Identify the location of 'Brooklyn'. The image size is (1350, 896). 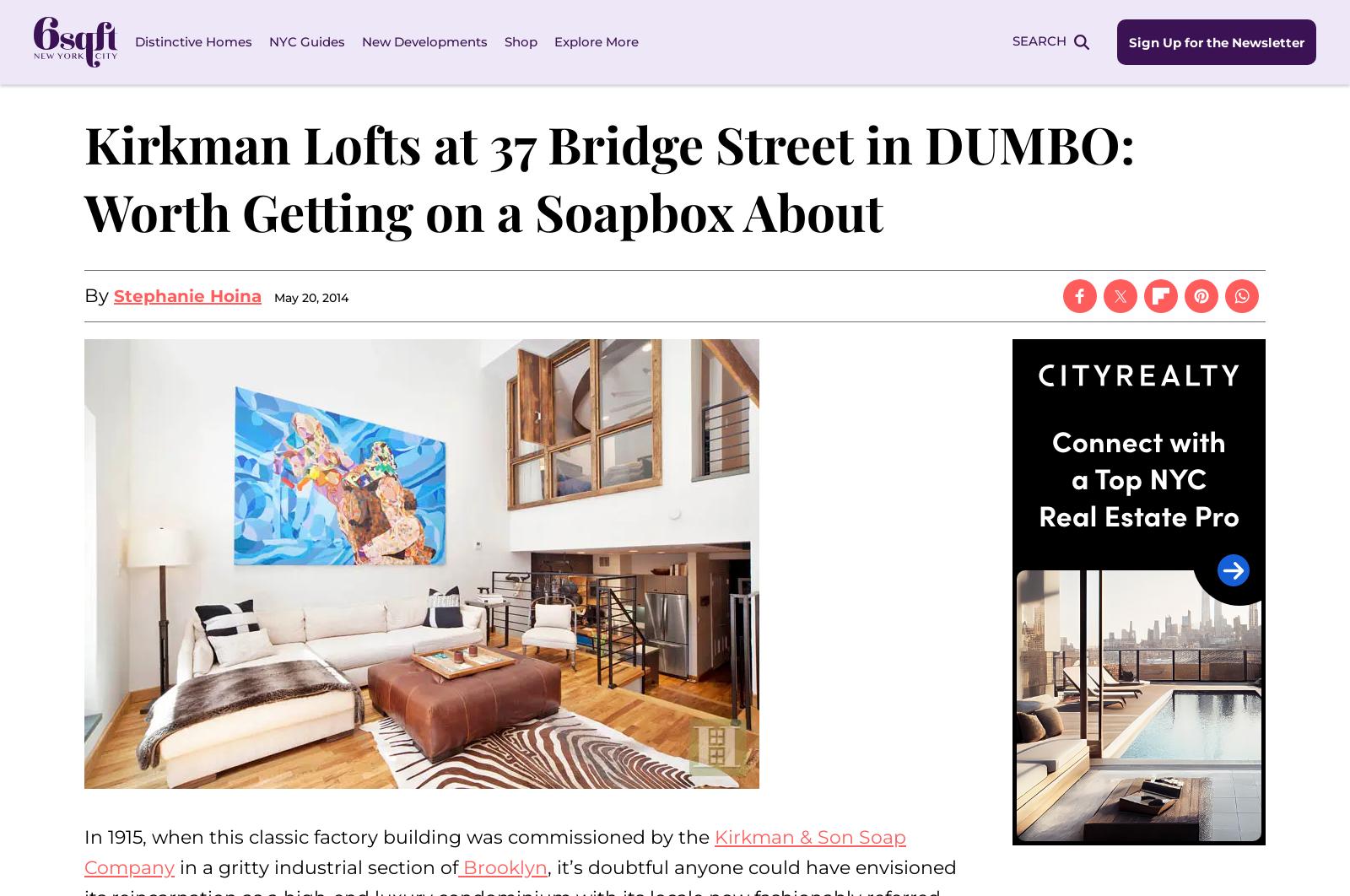
(502, 866).